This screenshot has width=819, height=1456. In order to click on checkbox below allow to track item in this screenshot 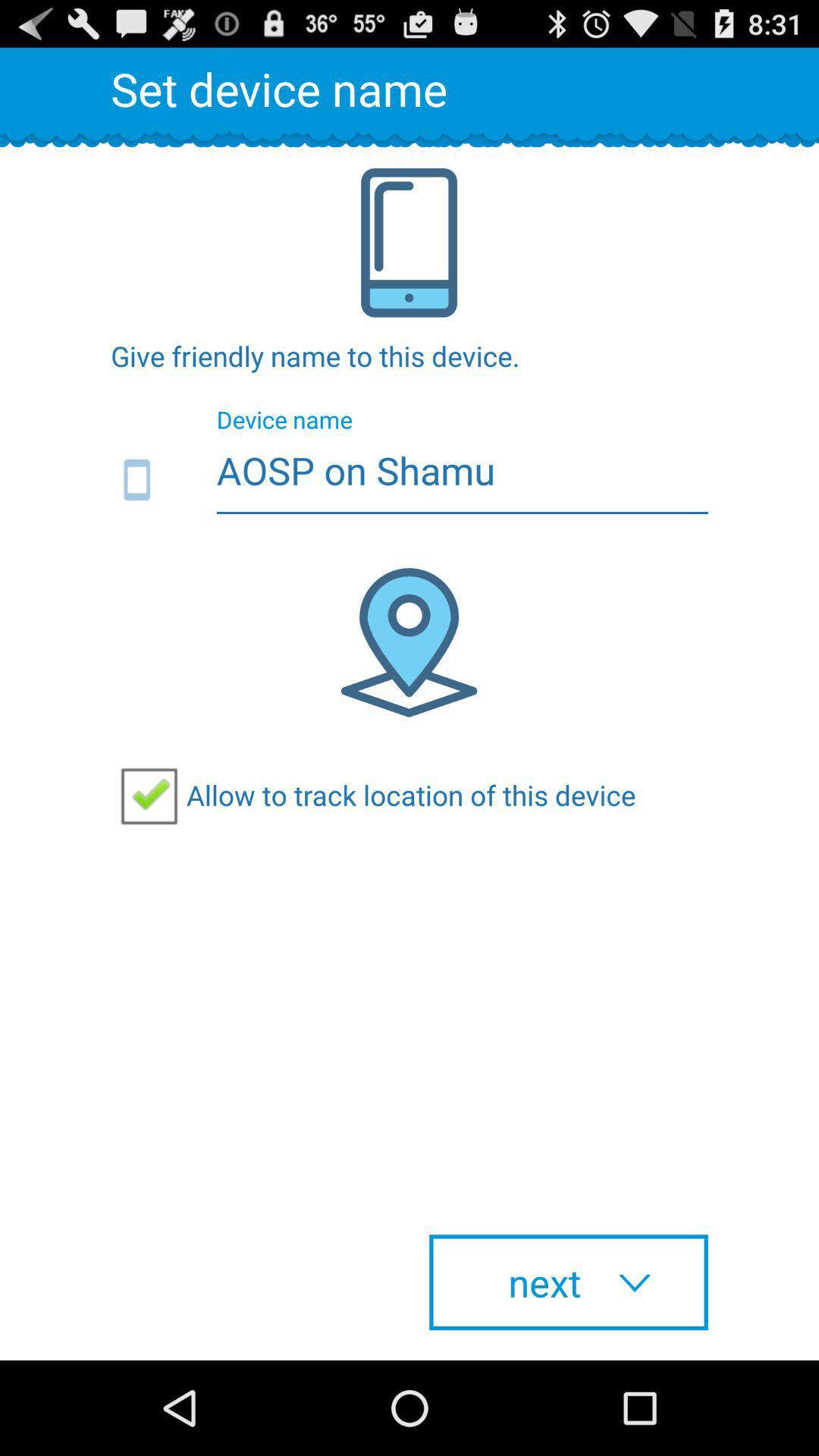, I will do `click(568, 1282)`.